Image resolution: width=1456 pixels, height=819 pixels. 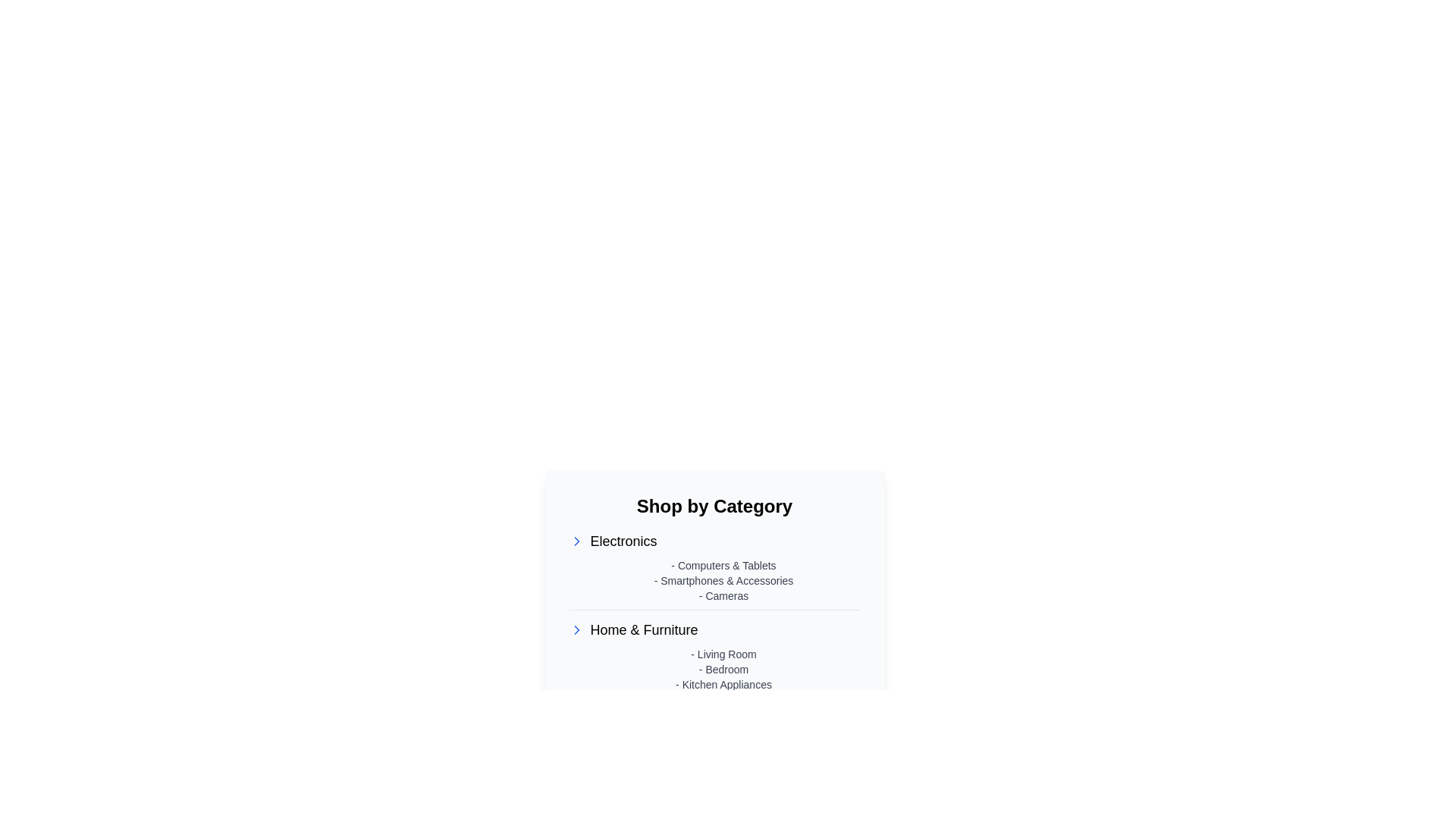 What do you see at coordinates (714, 570) in the screenshot?
I see `the subcategory item under the 'Electronics' section to navigate to its page` at bounding box center [714, 570].